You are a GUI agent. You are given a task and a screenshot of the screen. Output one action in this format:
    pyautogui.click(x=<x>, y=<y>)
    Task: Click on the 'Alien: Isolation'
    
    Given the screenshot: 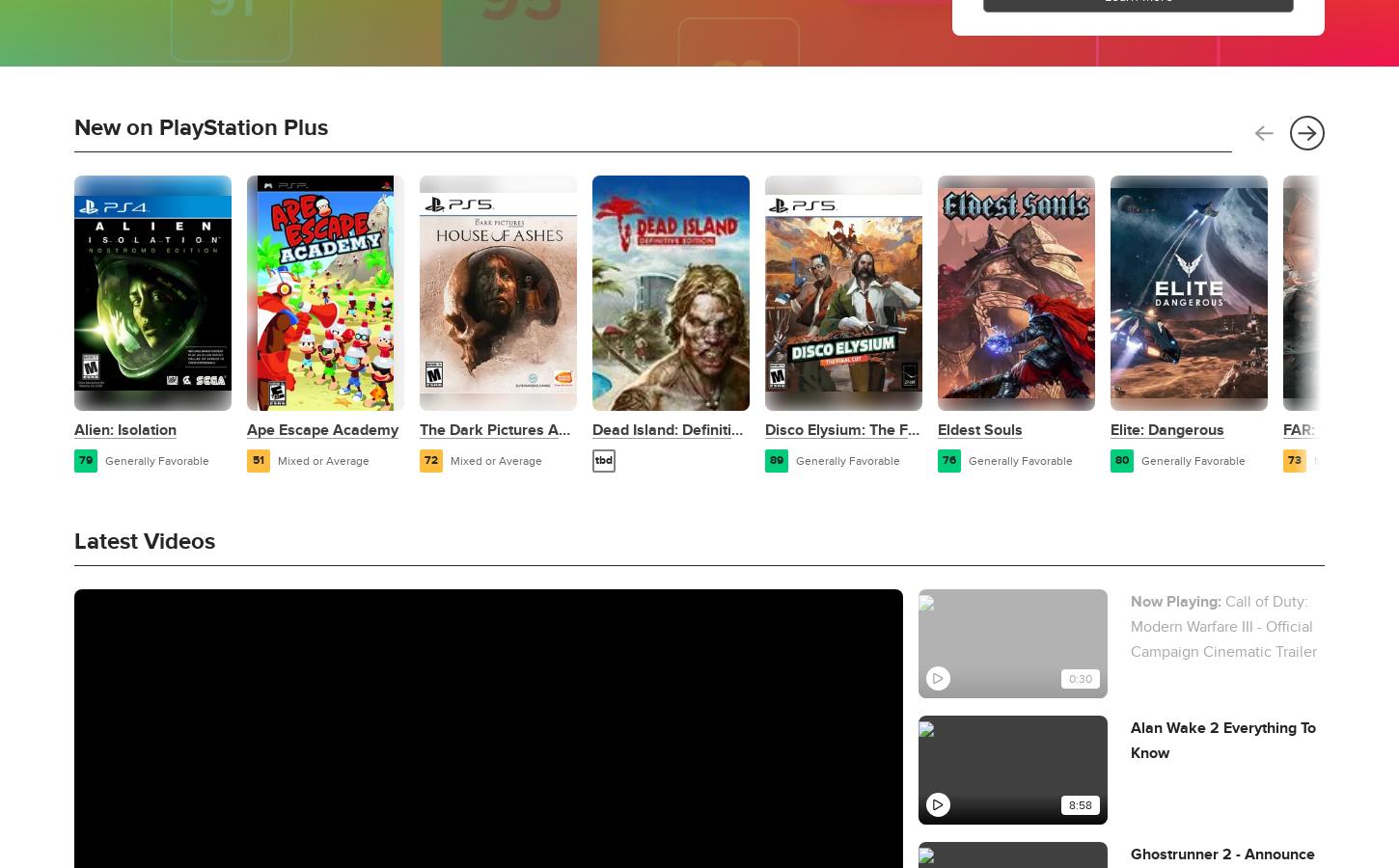 What is the action you would take?
    pyautogui.click(x=124, y=430)
    